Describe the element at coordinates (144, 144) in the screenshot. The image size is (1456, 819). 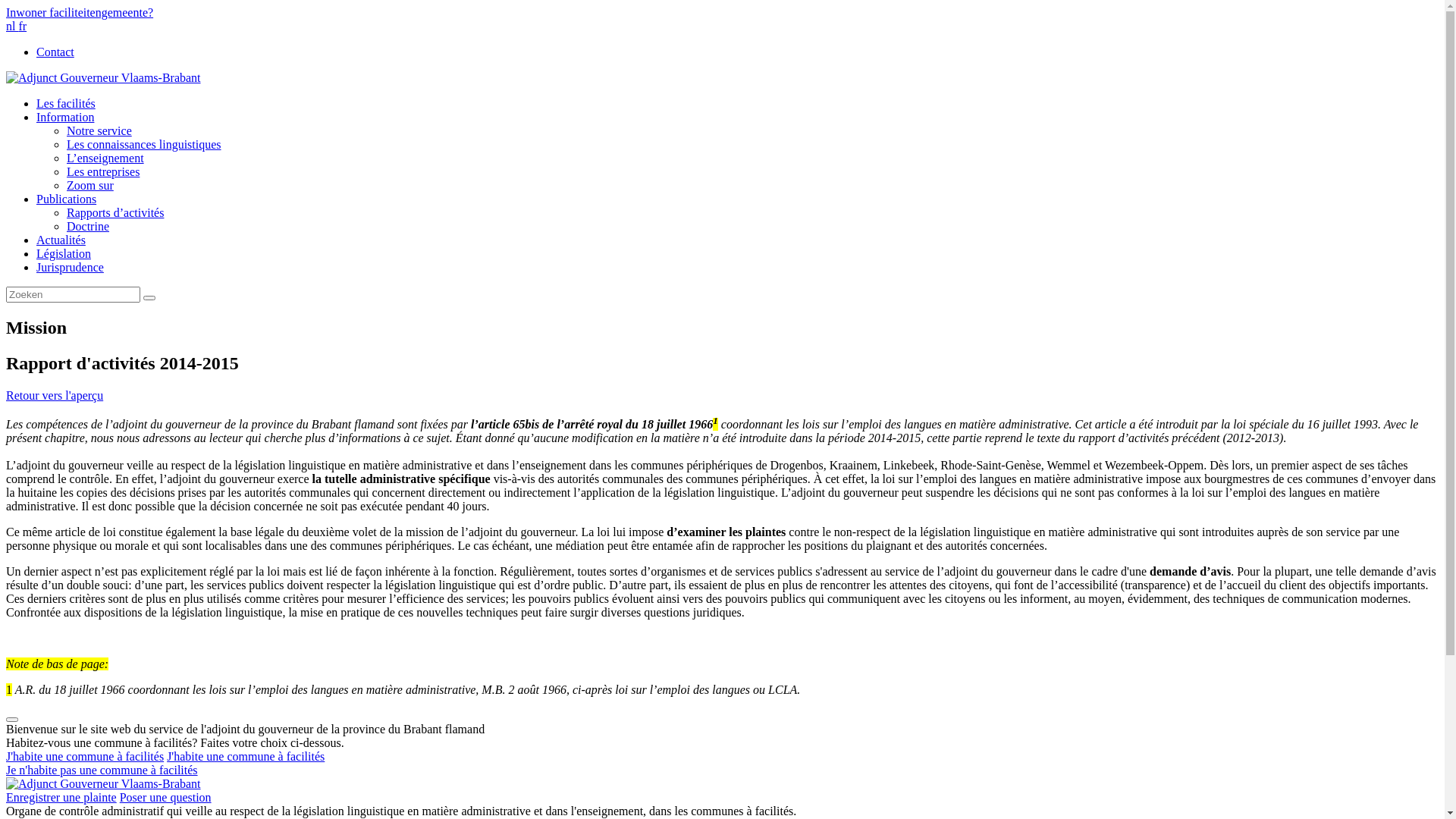
I see `'Les connaissances linguistiques'` at that location.